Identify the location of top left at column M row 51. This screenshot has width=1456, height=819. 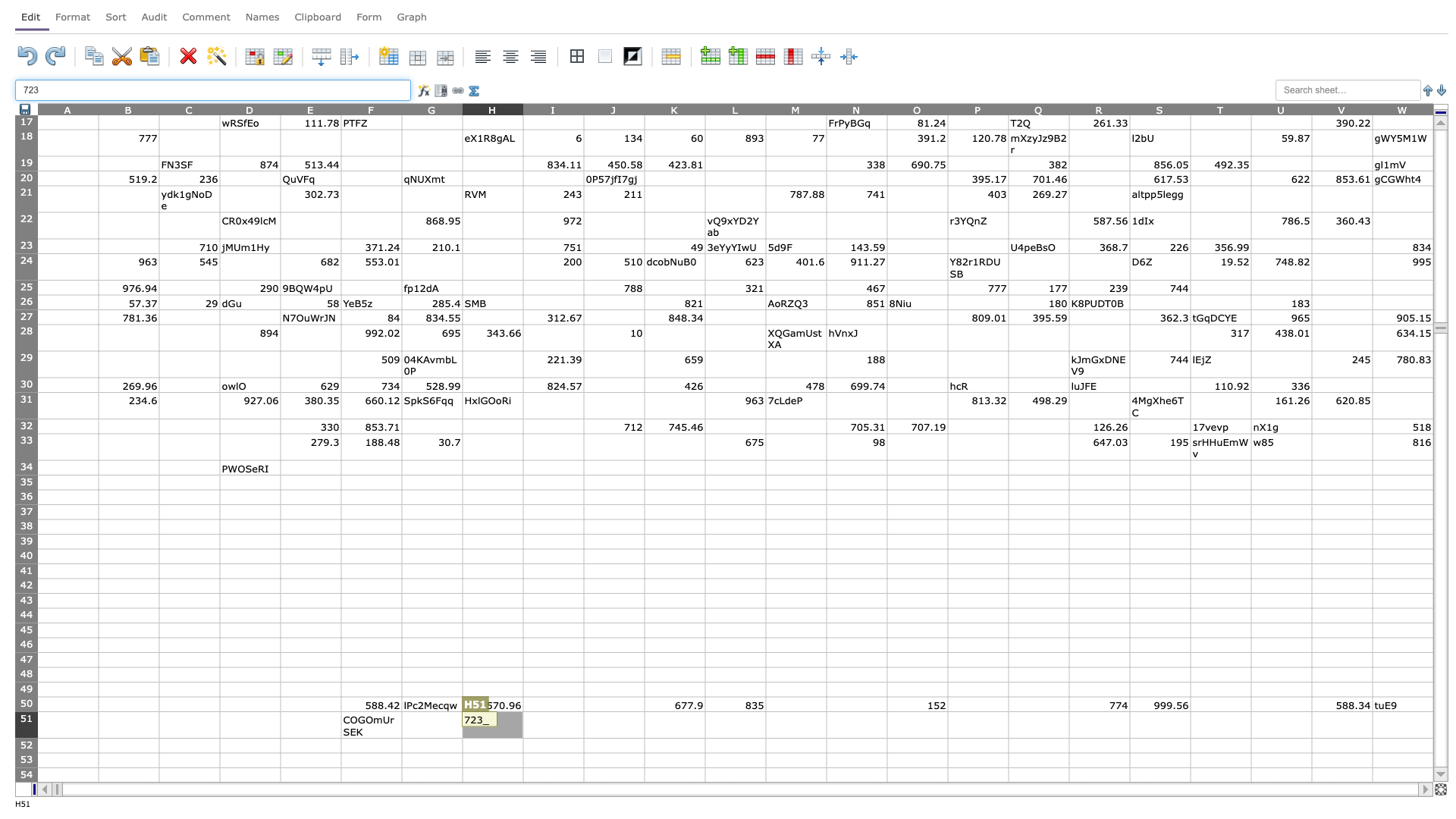
(765, 711).